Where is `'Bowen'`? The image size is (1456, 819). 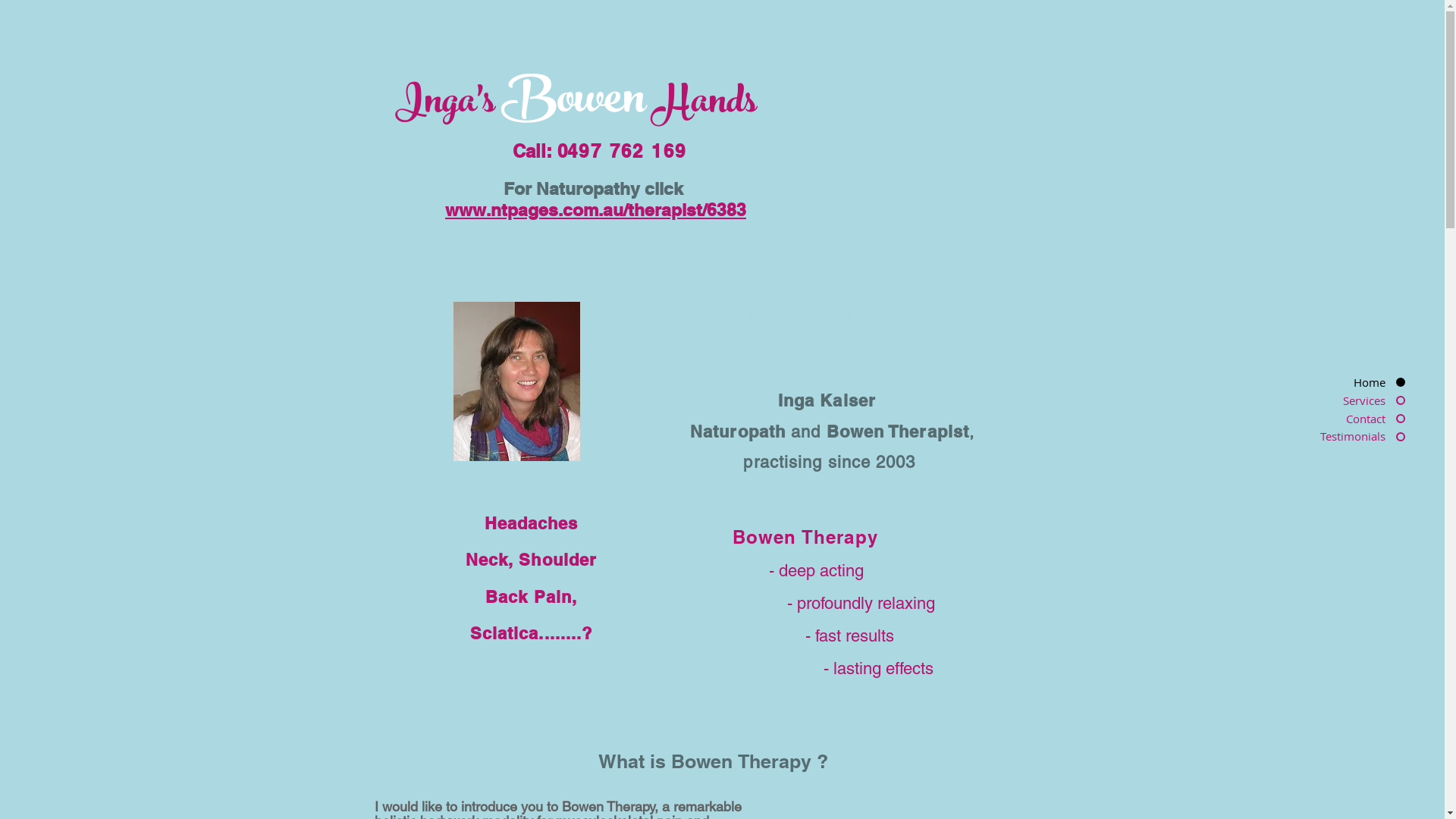 'Bowen' is located at coordinates (500, 102).